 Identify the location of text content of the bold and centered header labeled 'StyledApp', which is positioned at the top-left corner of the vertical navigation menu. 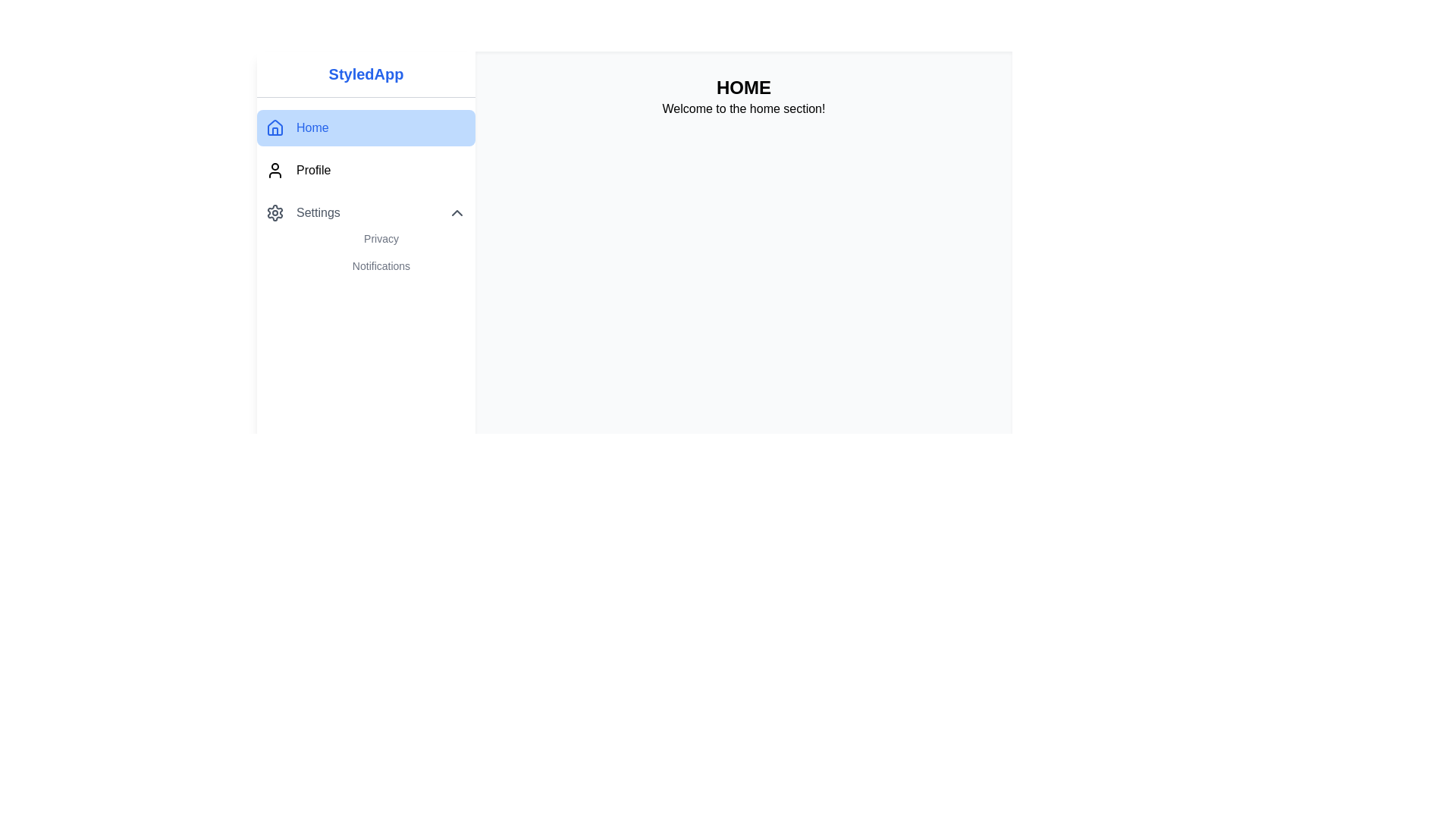
(366, 74).